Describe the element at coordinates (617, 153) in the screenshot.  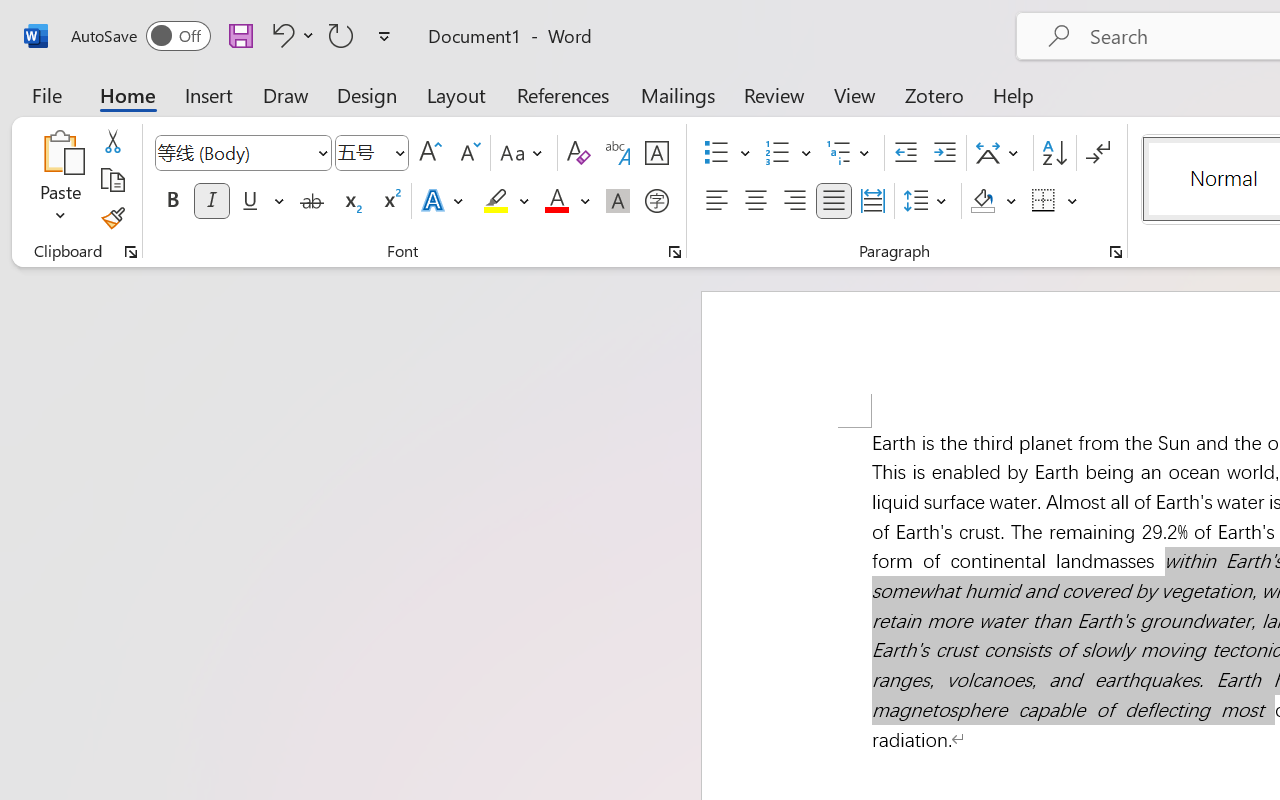
I see `'Phonetic Guide...'` at that location.